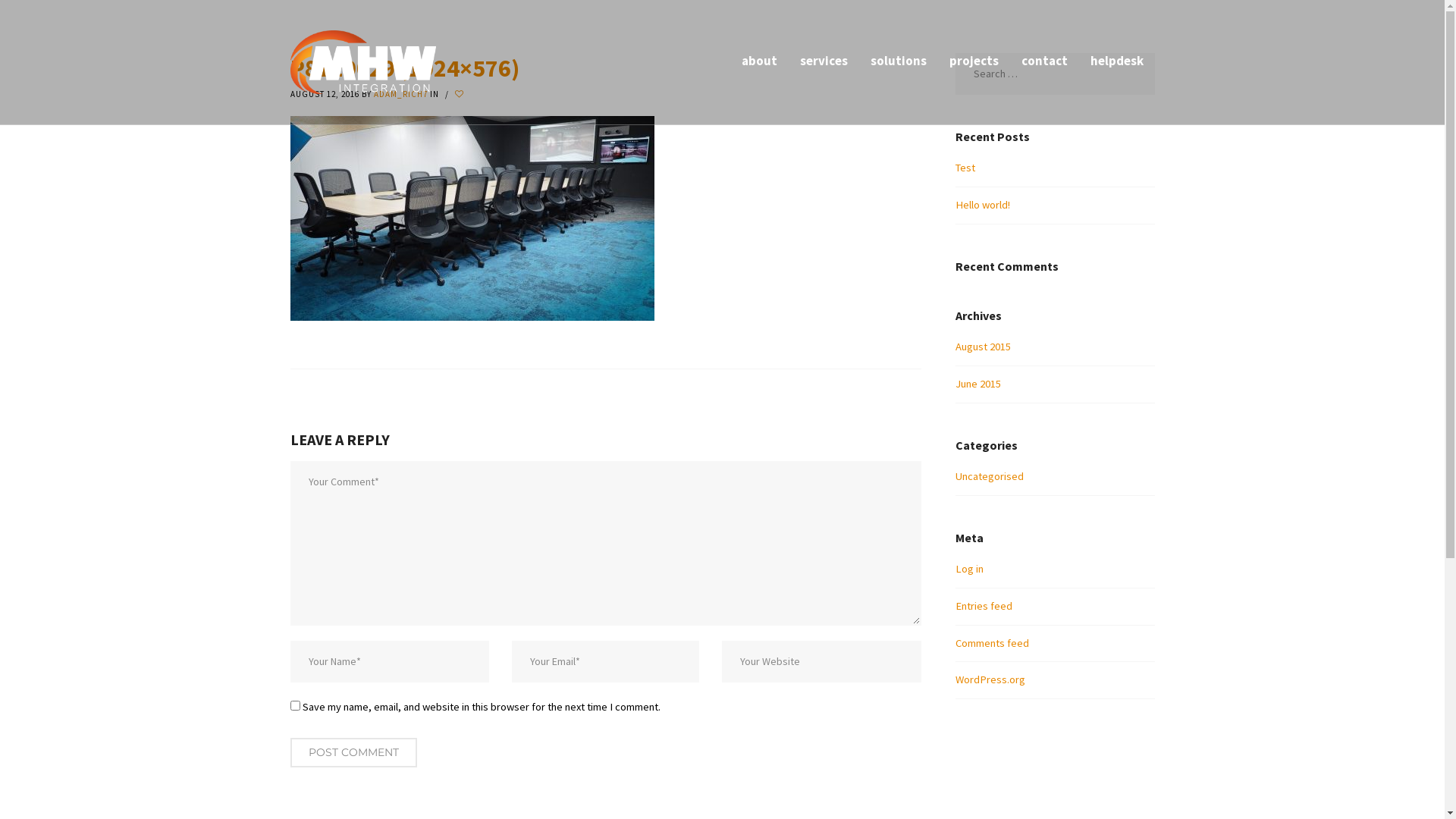 This screenshot has width=1456, height=819. Describe the element at coordinates (352, 752) in the screenshot. I see `'Post Comment'` at that location.